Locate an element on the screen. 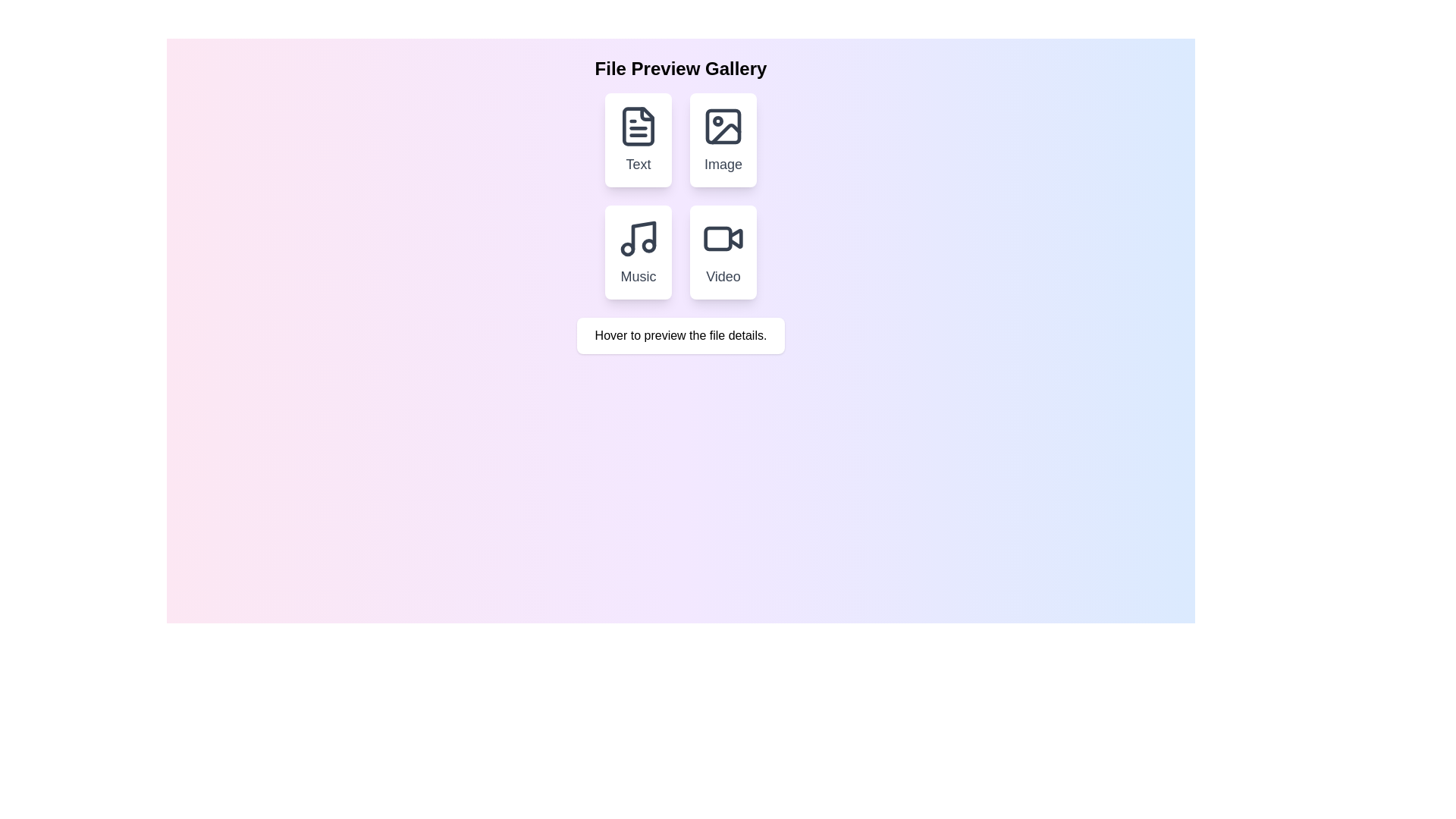  the graphic icon representing a text file, which is part of the 'Text' button in the top-left of the button grid layout is located at coordinates (638, 125).